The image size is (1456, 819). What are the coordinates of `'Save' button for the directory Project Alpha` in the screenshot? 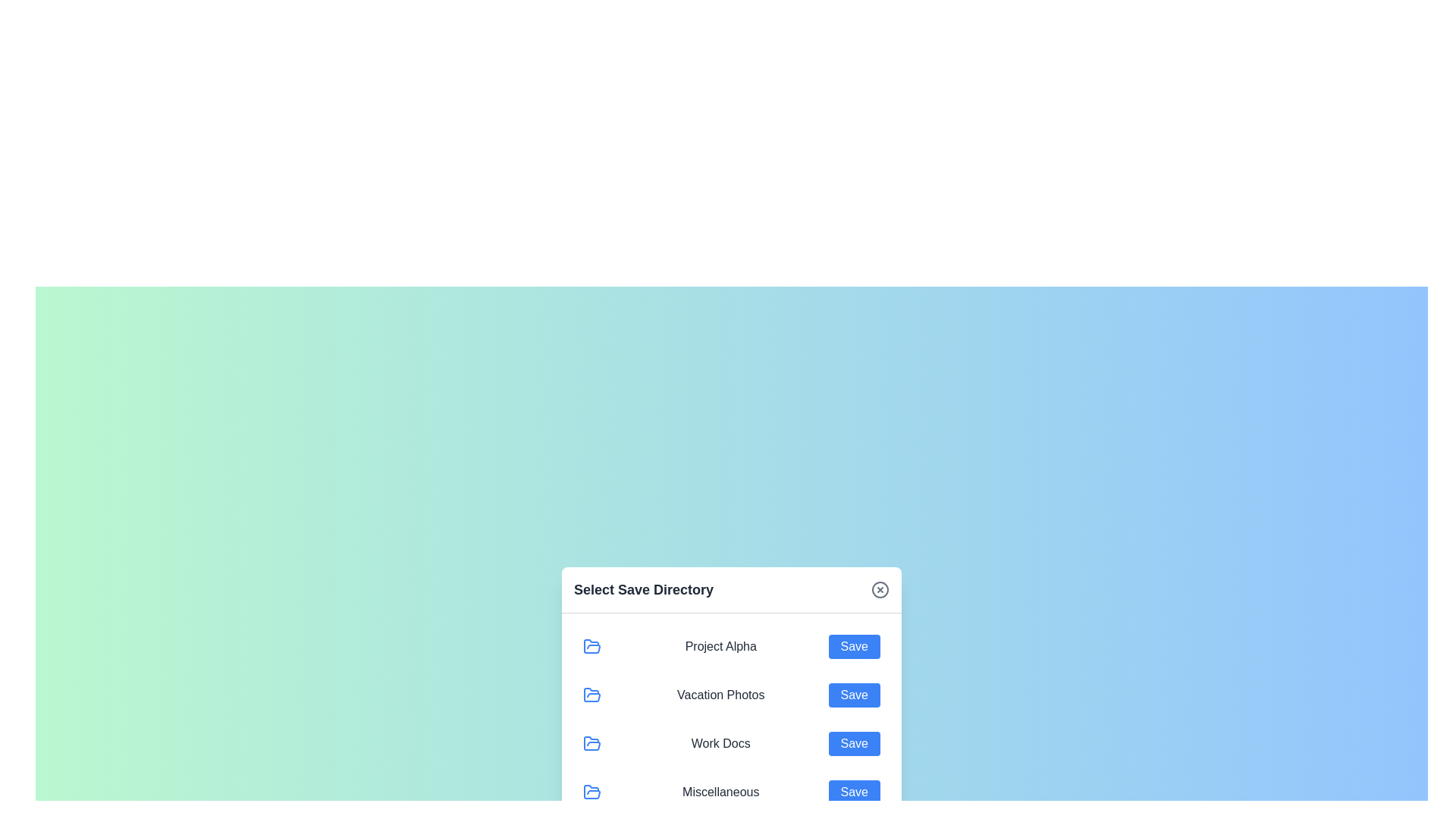 It's located at (854, 646).